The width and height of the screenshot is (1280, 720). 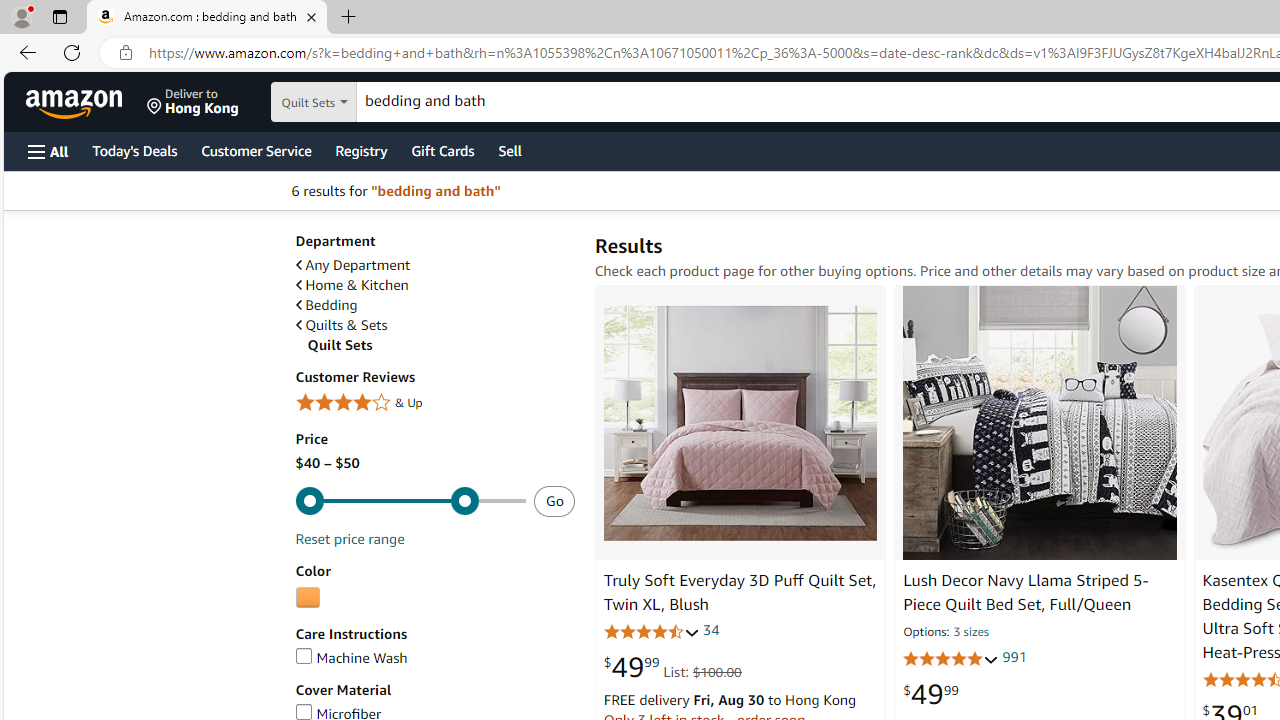 What do you see at coordinates (711, 630) in the screenshot?
I see `'34'` at bounding box center [711, 630].